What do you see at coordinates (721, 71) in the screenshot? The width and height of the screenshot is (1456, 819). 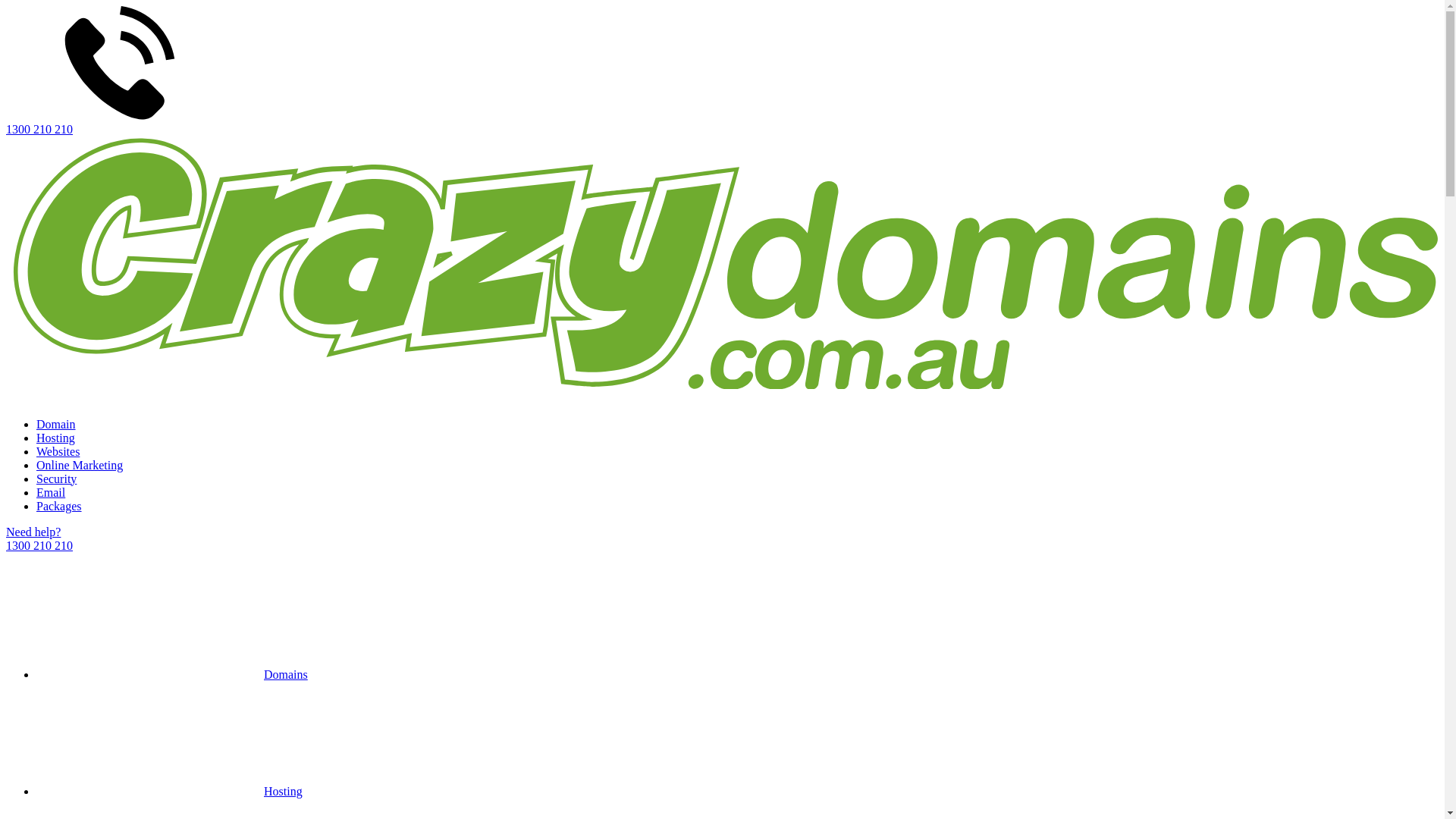 I see `'1300 210 210'` at bounding box center [721, 71].